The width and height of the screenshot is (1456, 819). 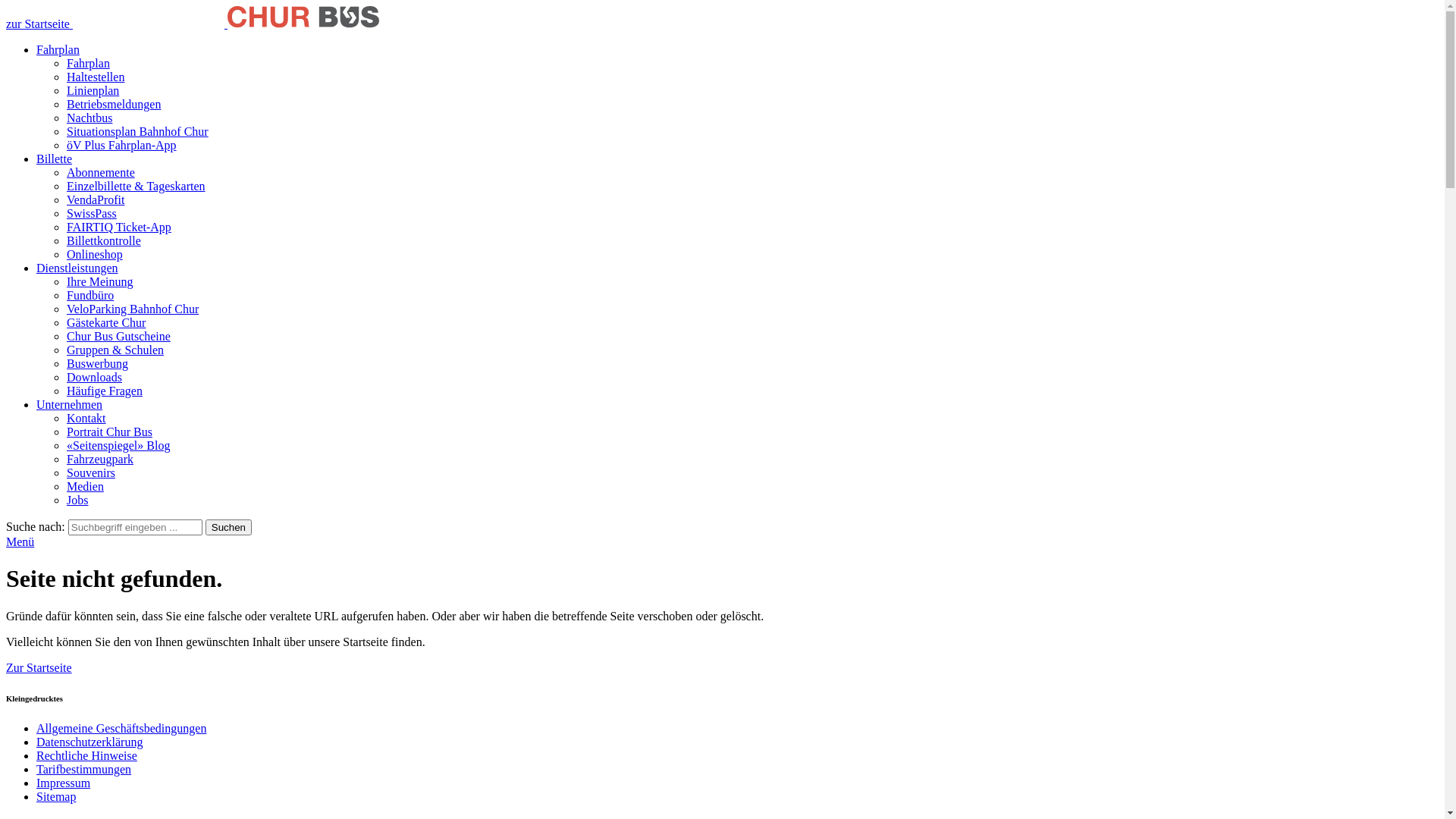 What do you see at coordinates (65, 335) in the screenshot?
I see `'Chur Bus Gutscheine'` at bounding box center [65, 335].